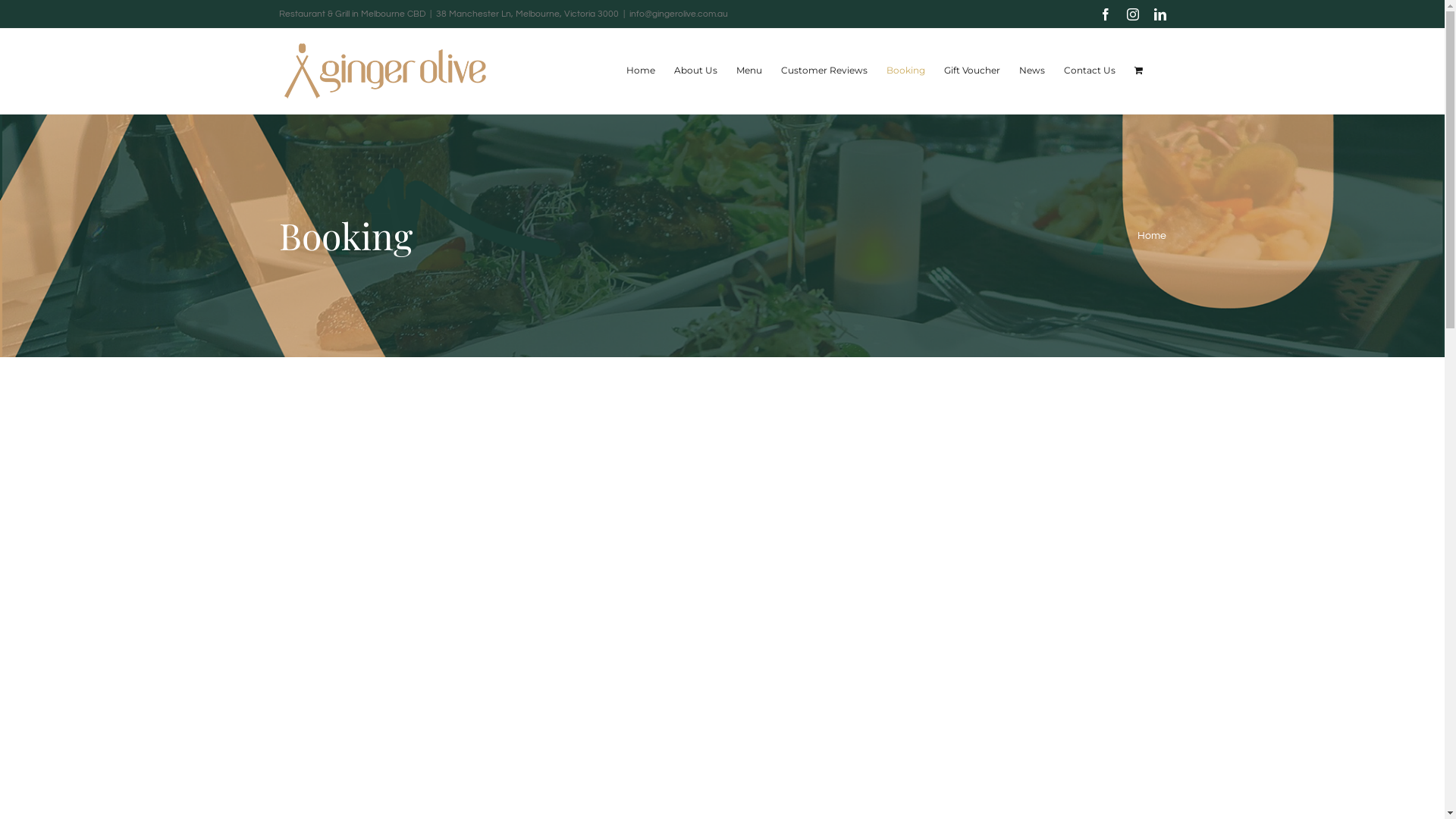  I want to click on 'Booking', so click(905, 70).